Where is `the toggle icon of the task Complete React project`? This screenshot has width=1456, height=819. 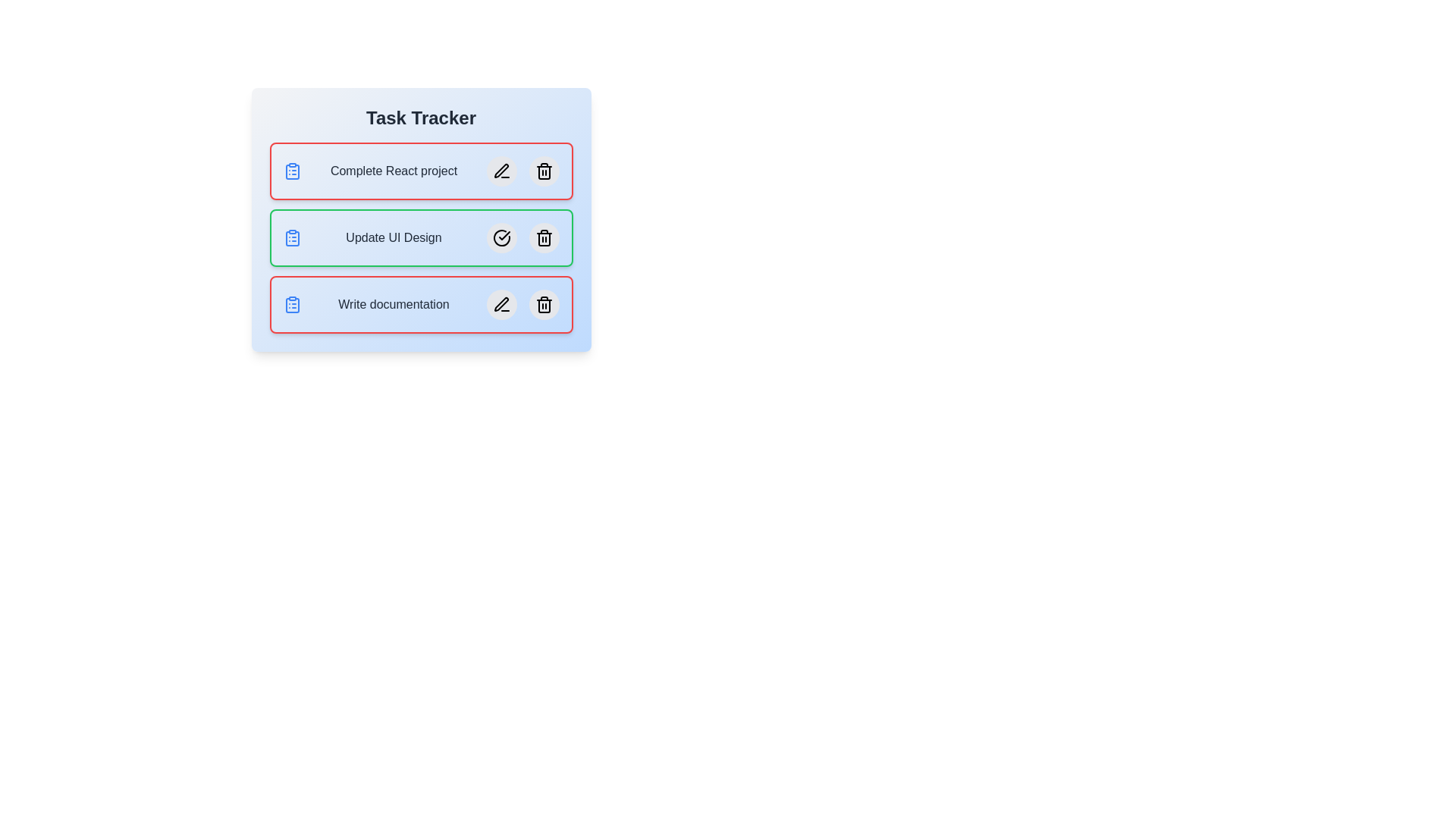 the toggle icon of the task Complete React project is located at coordinates (292, 171).